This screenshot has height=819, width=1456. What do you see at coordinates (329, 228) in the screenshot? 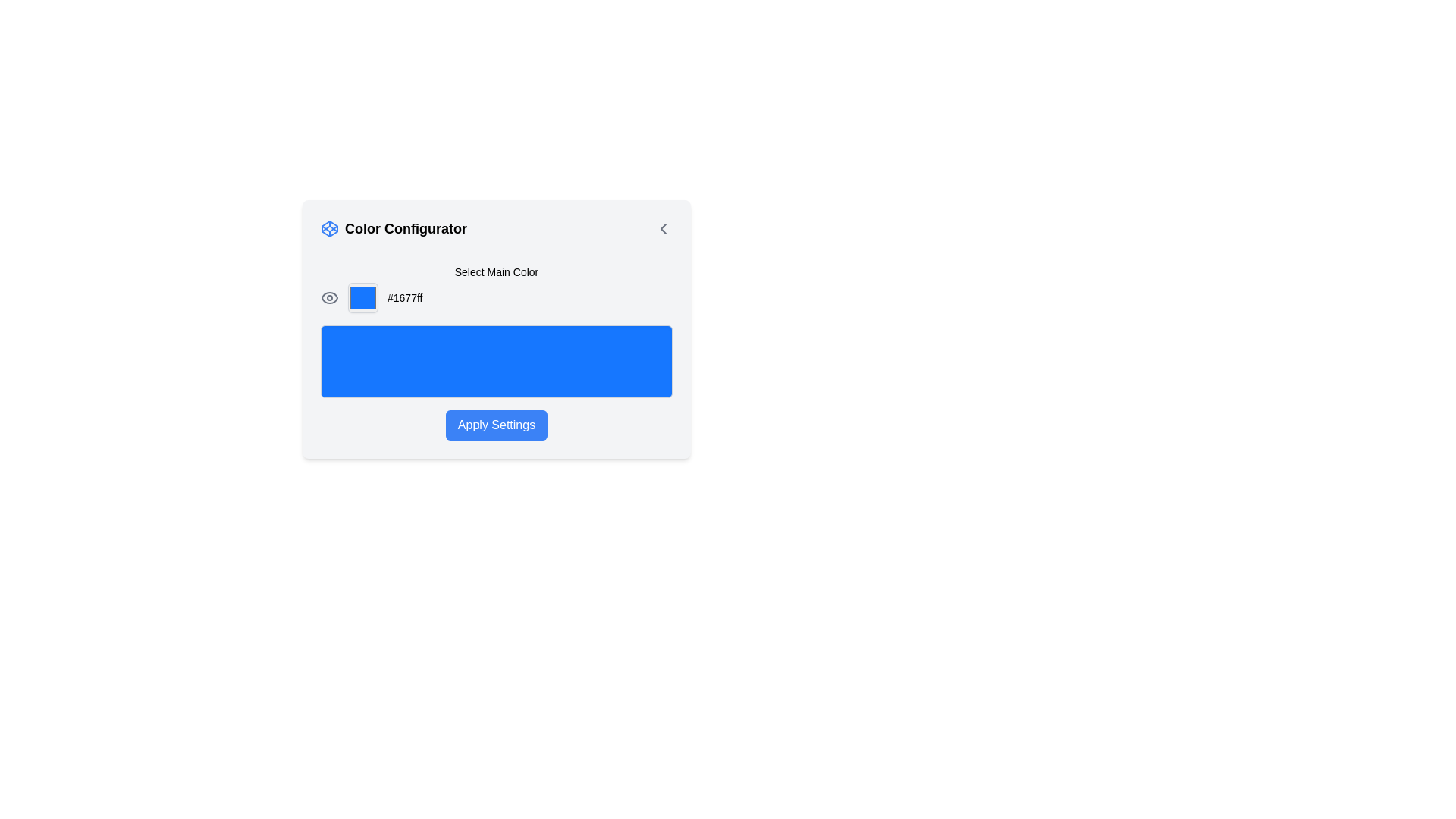
I see `the branding icon located at the top-left corner of the header for the 'Color Configurator' section, adjacent to the text label` at bounding box center [329, 228].